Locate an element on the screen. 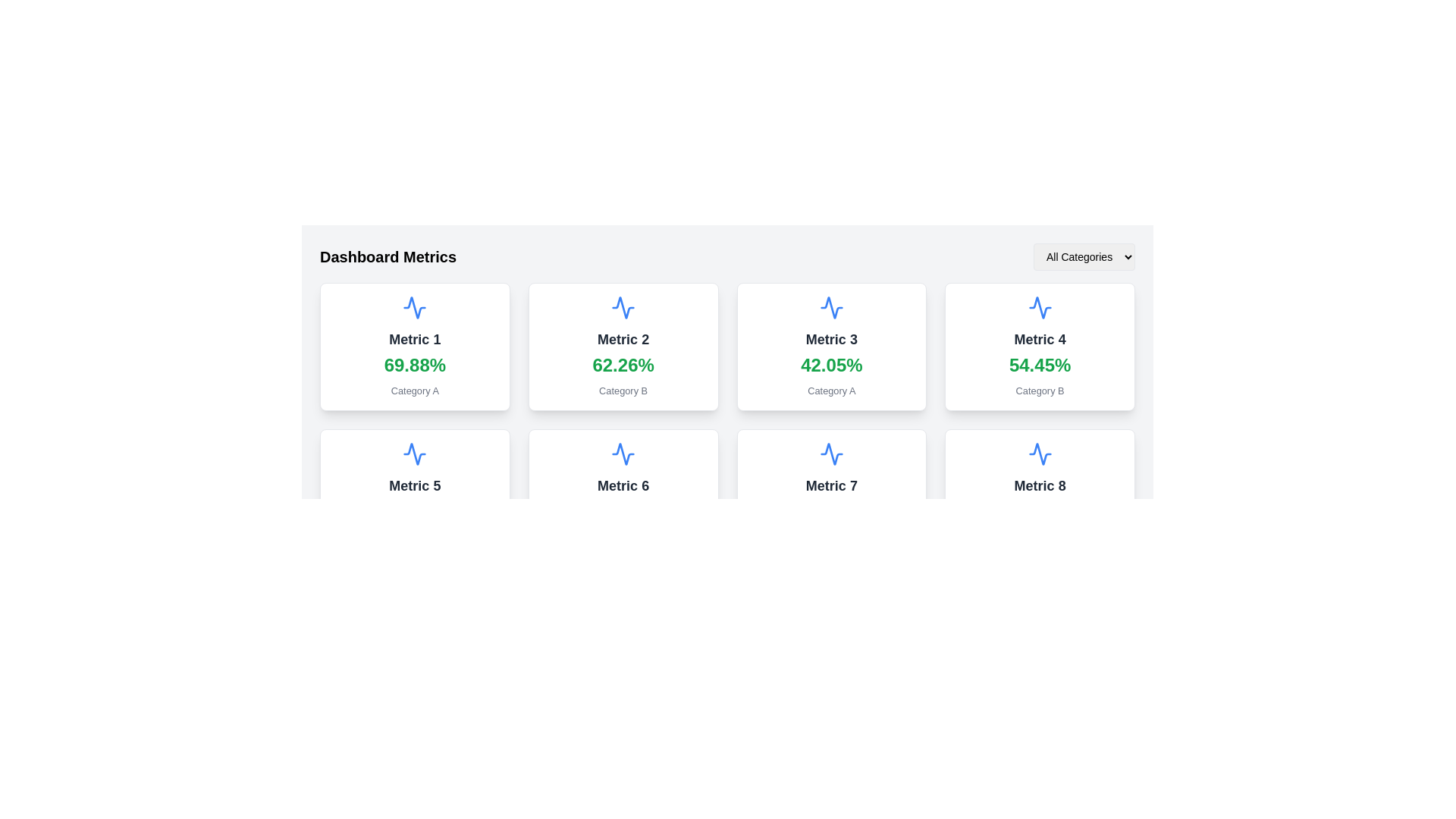 This screenshot has width=1456, height=819. the decorative icon located at the top of the 'Metric 1' card, which visually indicates the metric represented by the card is located at coordinates (415, 307).